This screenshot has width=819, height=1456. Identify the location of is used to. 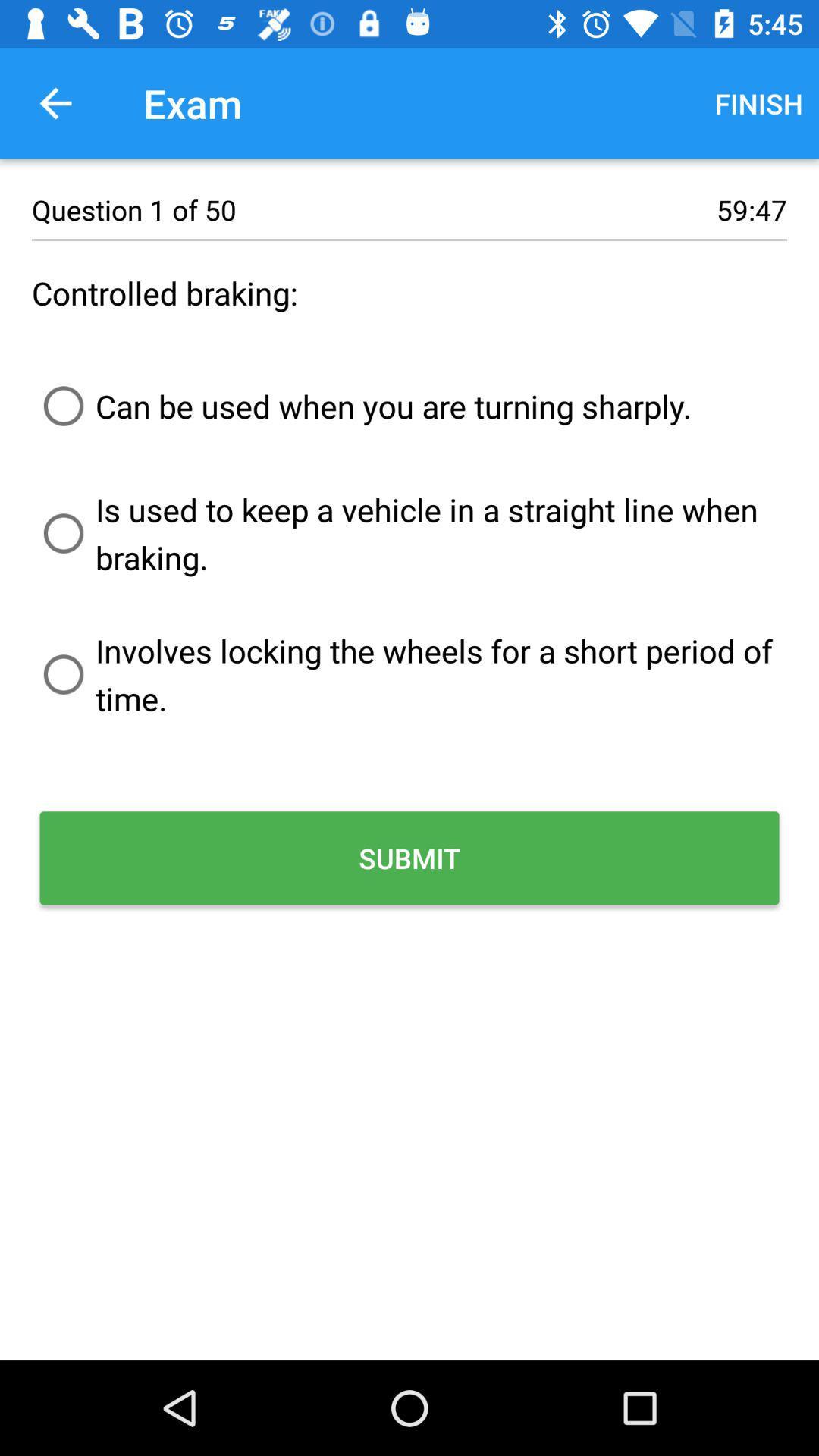
(409, 533).